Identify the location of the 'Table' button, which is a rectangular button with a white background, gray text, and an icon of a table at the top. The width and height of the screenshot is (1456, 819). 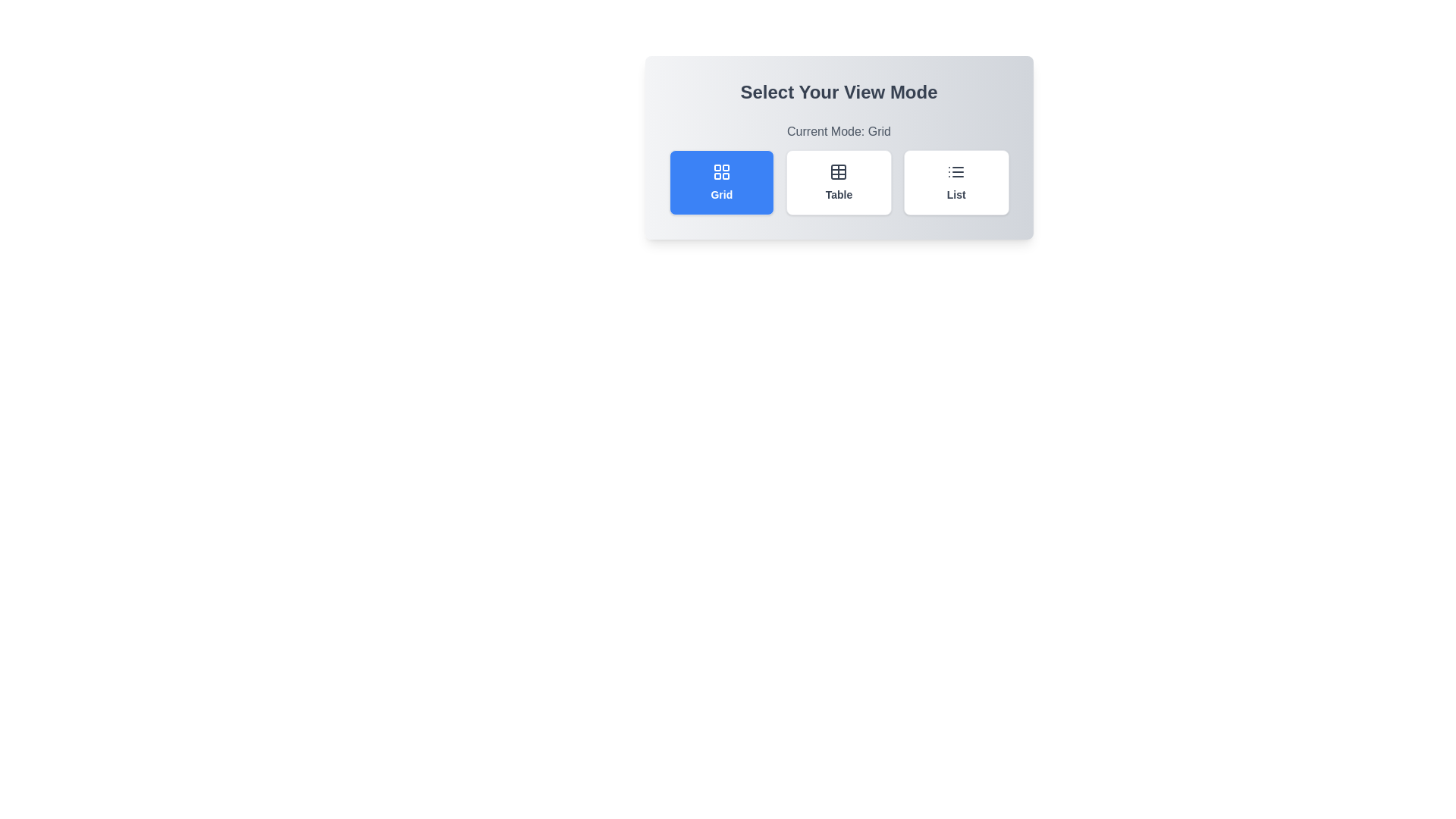
(838, 181).